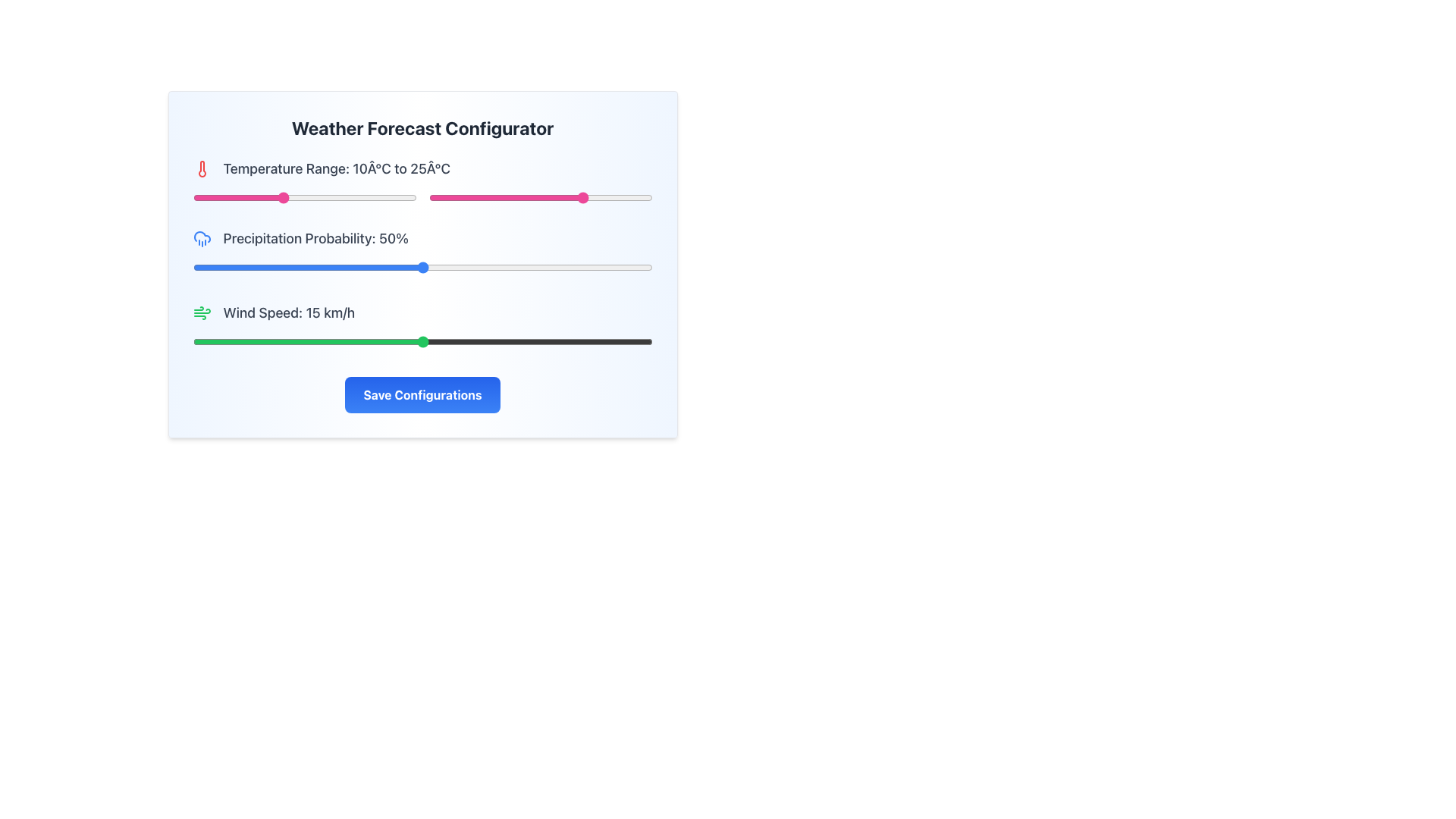  Describe the element at coordinates (495, 197) in the screenshot. I see `the temperature value` at that location.